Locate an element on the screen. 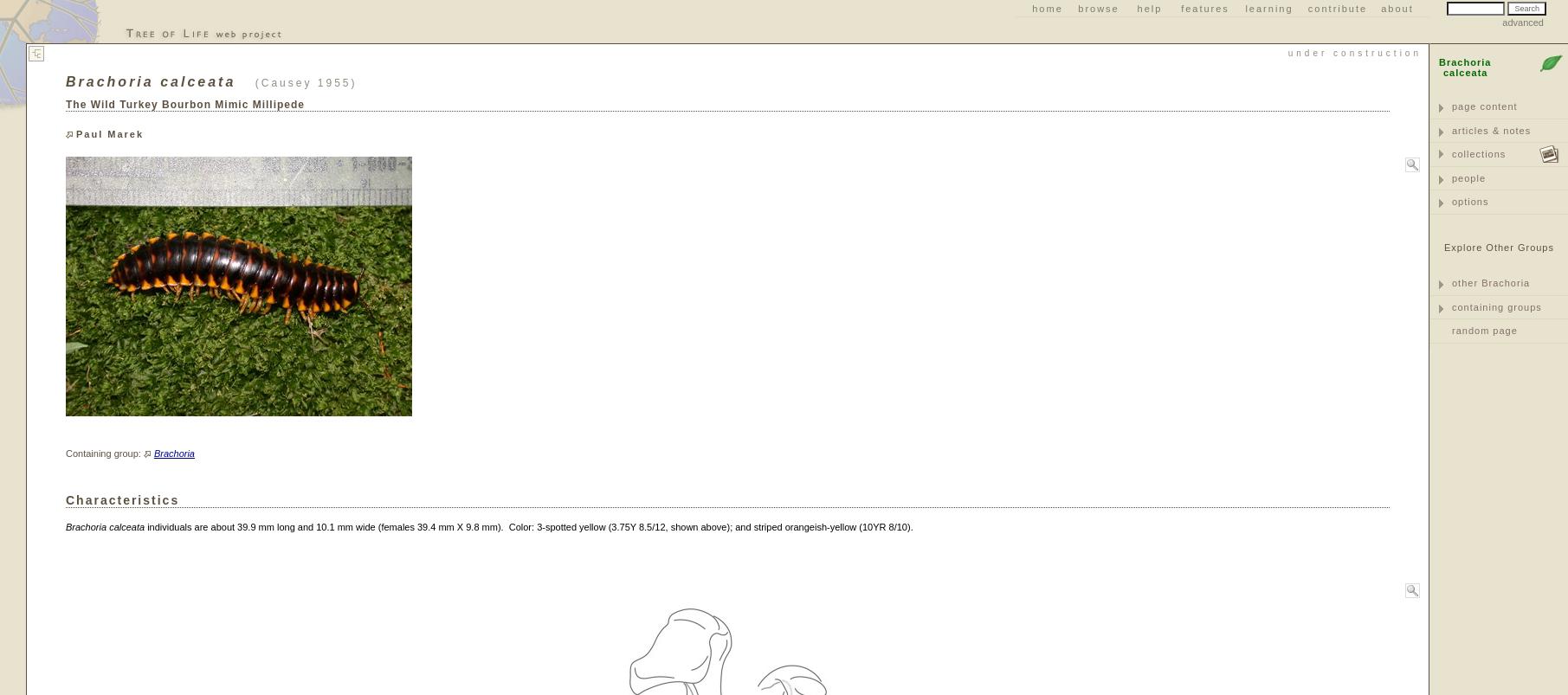 The image size is (1568, 695). 'Under Construction' is located at coordinates (1353, 52).